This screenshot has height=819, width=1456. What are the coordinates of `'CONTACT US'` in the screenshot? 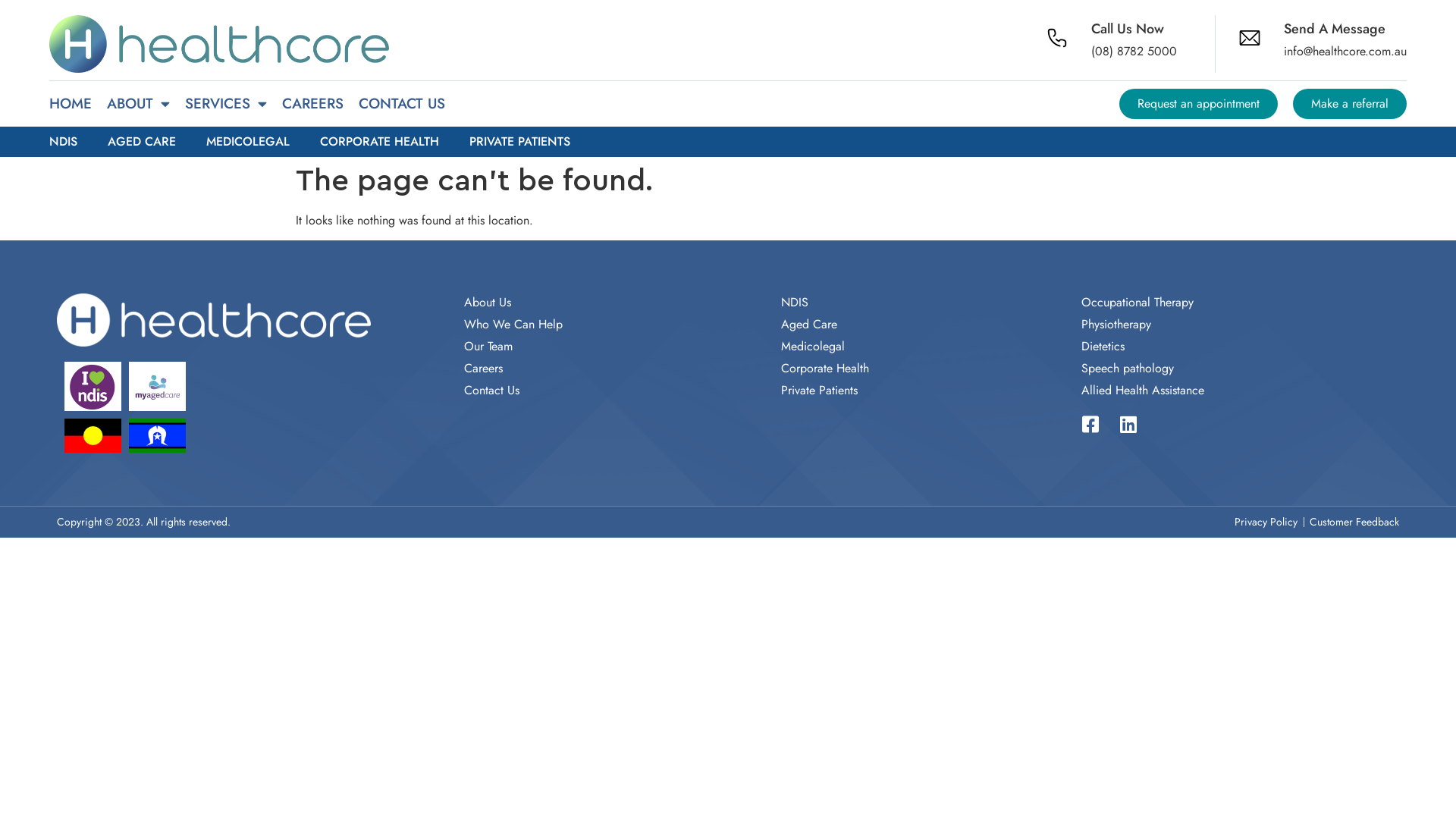 It's located at (401, 103).